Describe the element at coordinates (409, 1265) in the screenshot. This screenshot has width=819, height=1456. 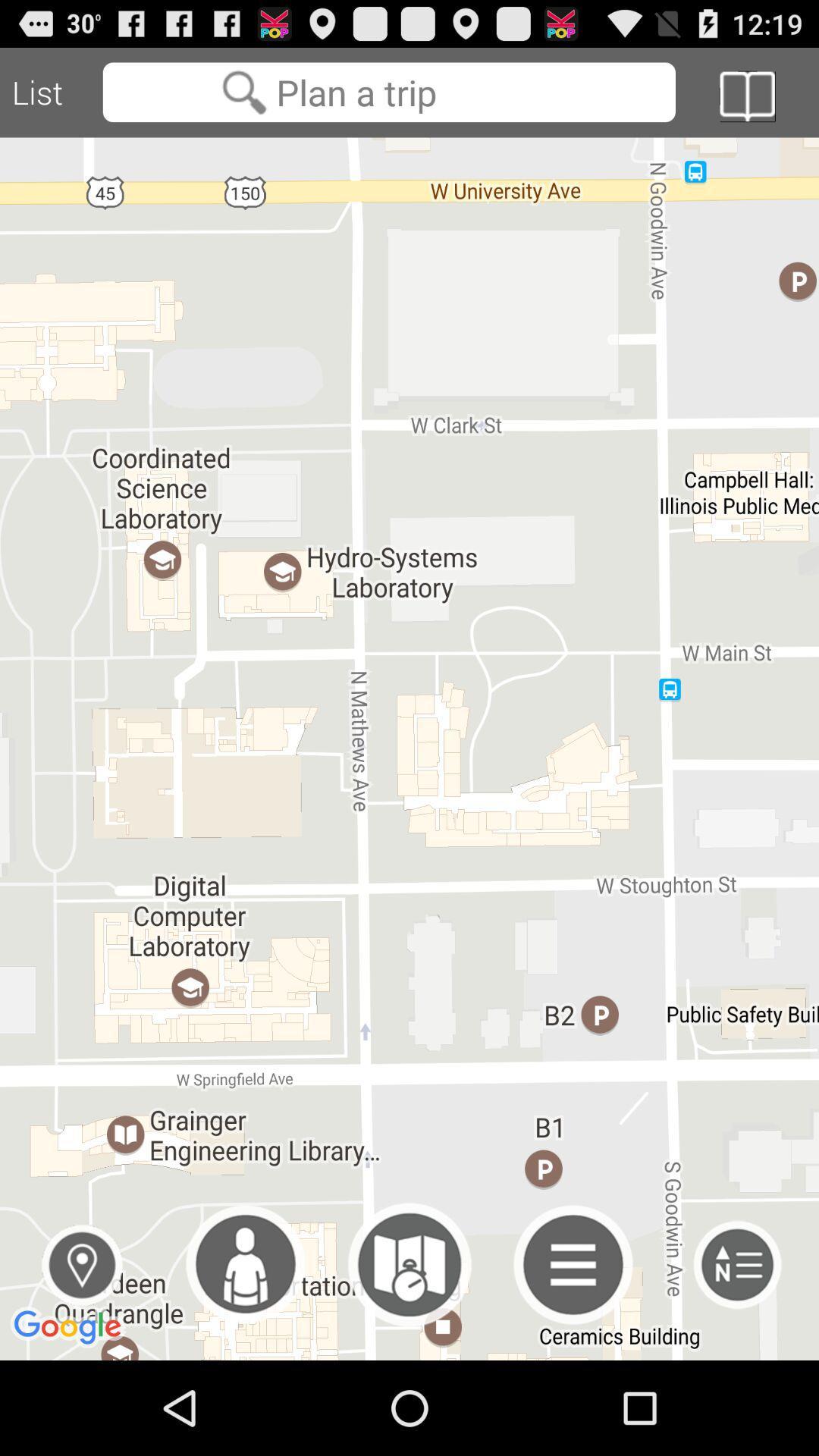
I see `item at the bottom` at that location.